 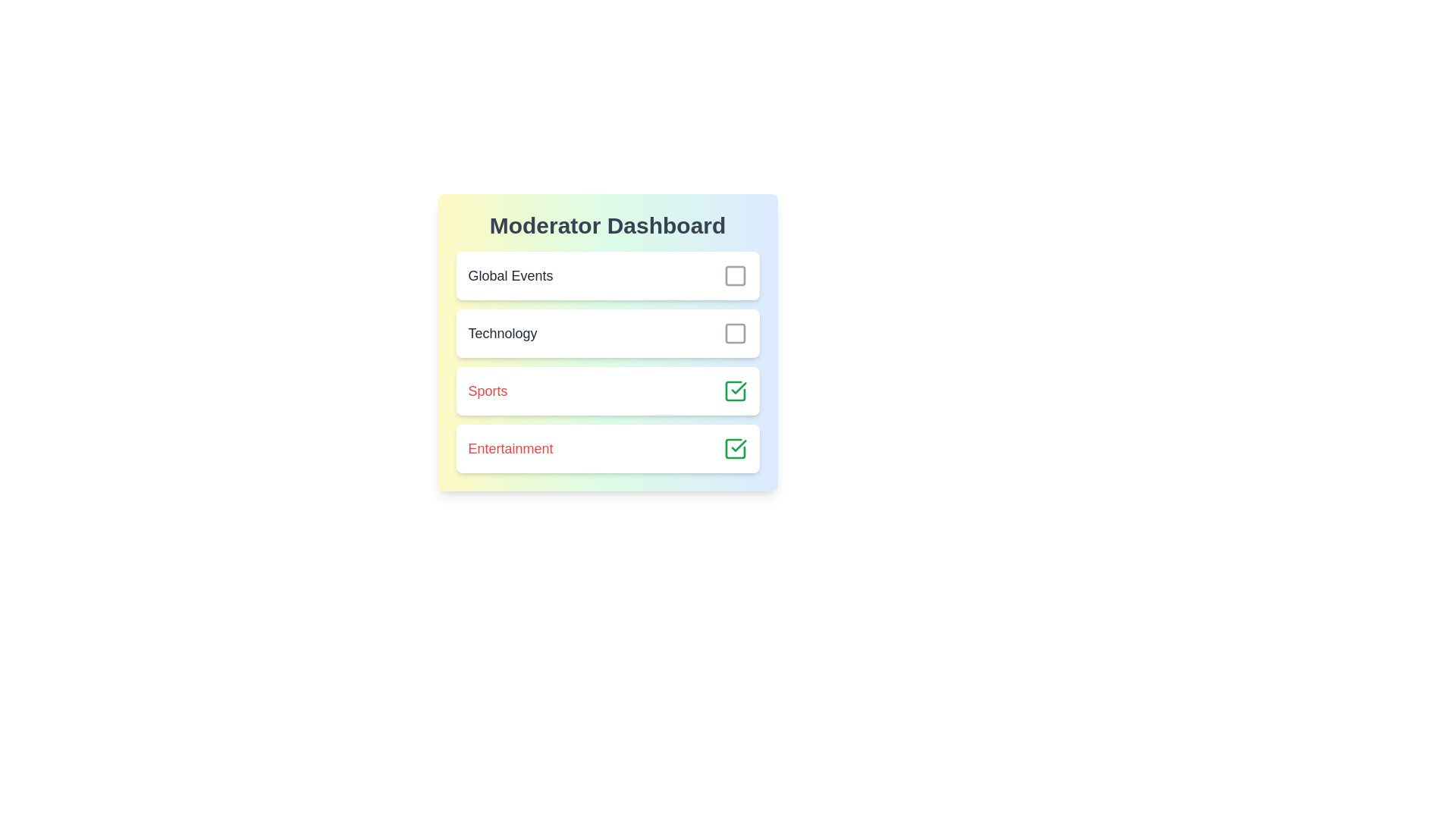 What do you see at coordinates (607, 225) in the screenshot?
I see `the title to read its content` at bounding box center [607, 225].